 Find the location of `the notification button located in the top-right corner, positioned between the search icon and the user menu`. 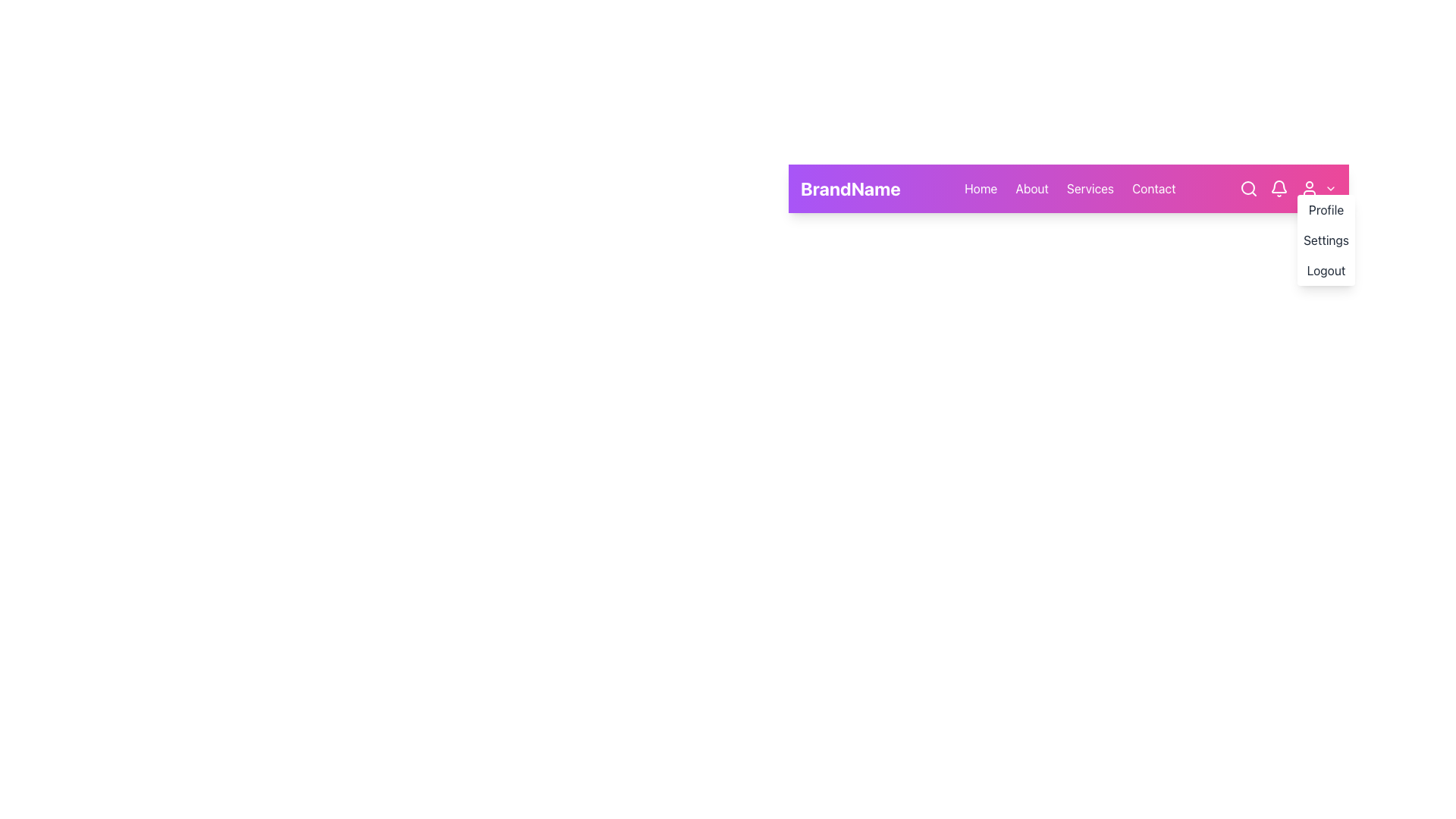

the notification button located in the top-right corner, positioned between the search icon and the user menu is located at coordinates (1278, 188).